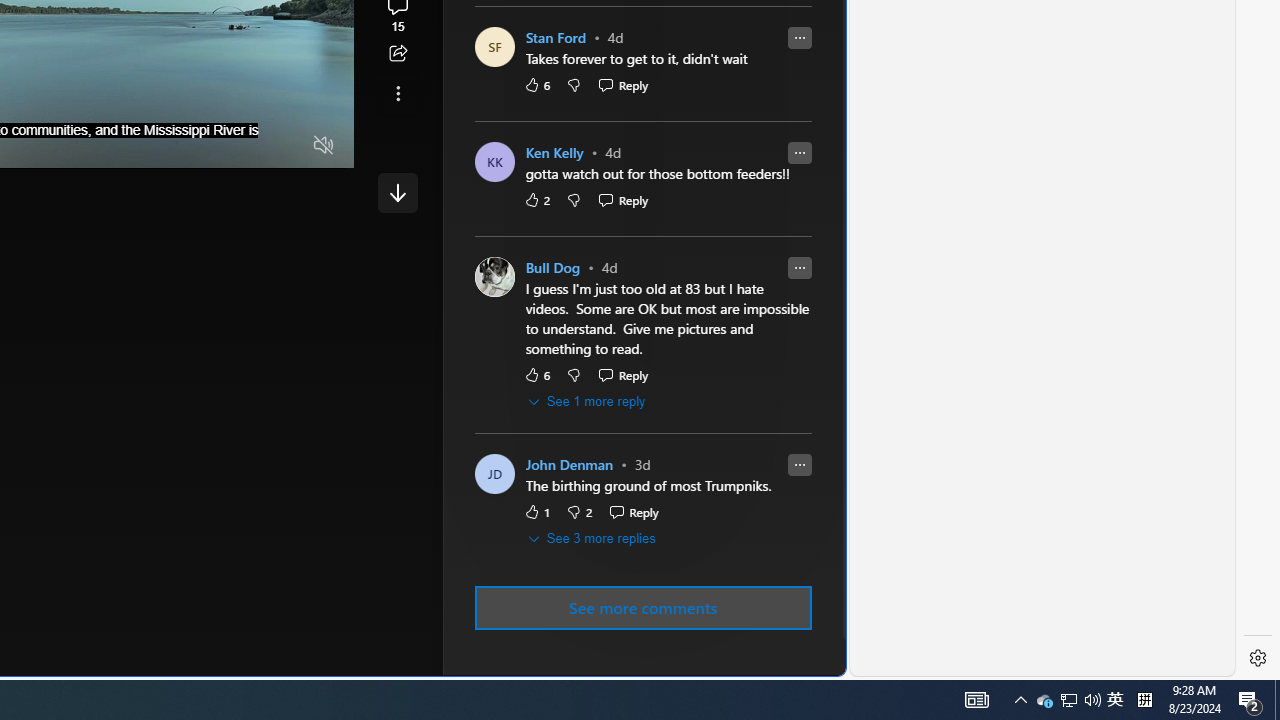  Describe the element at coordinates (536, 511) in the screenshot. I see `'1 Like'` at that location.